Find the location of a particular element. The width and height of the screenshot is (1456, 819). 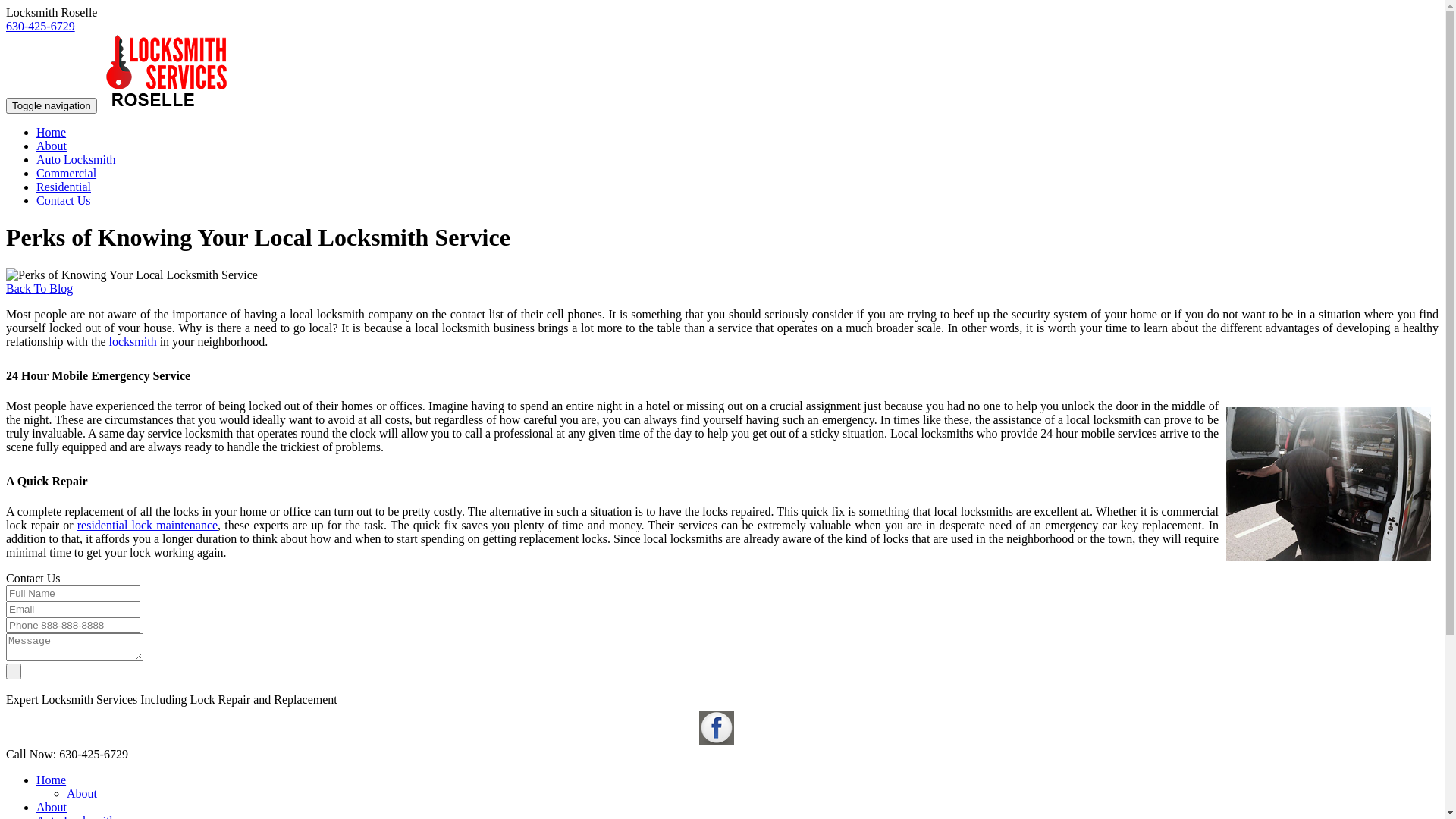

'Home' is located at coordinates (51, 780).